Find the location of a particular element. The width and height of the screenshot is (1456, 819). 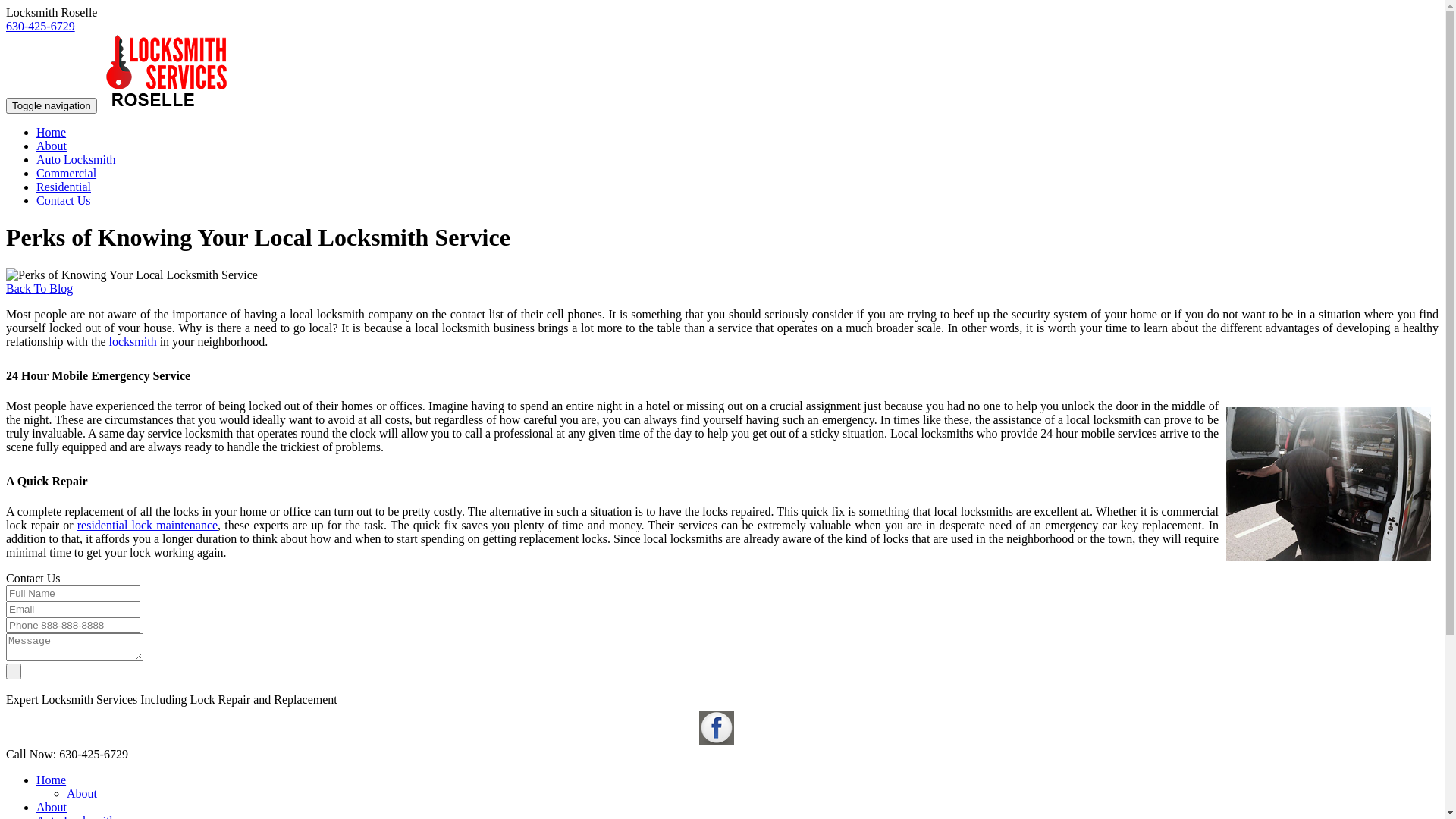

'Home' is located at coordinates (51, 780).